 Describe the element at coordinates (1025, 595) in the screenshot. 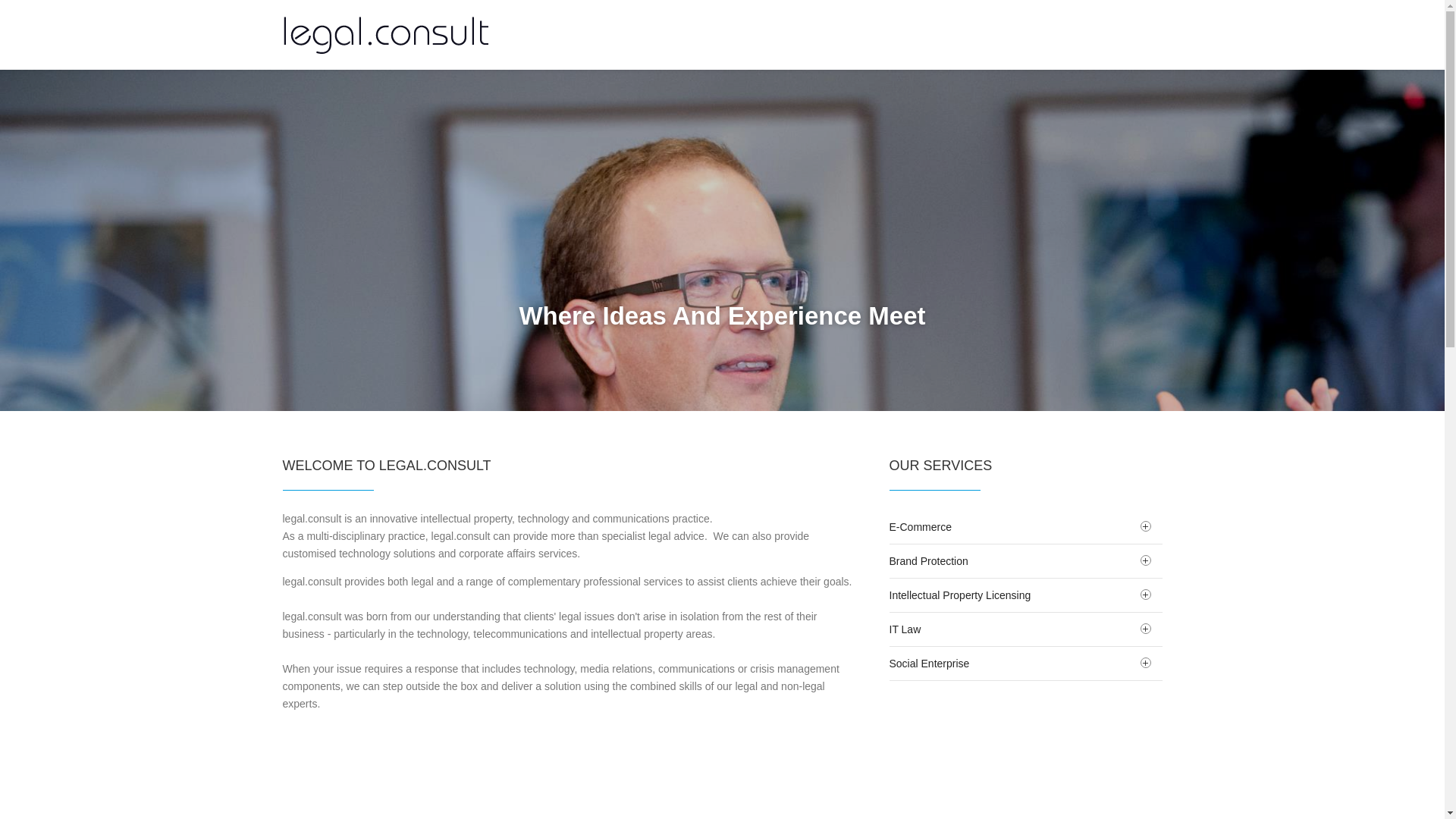

I see `'Intellectual Property Licensing'` at that location.